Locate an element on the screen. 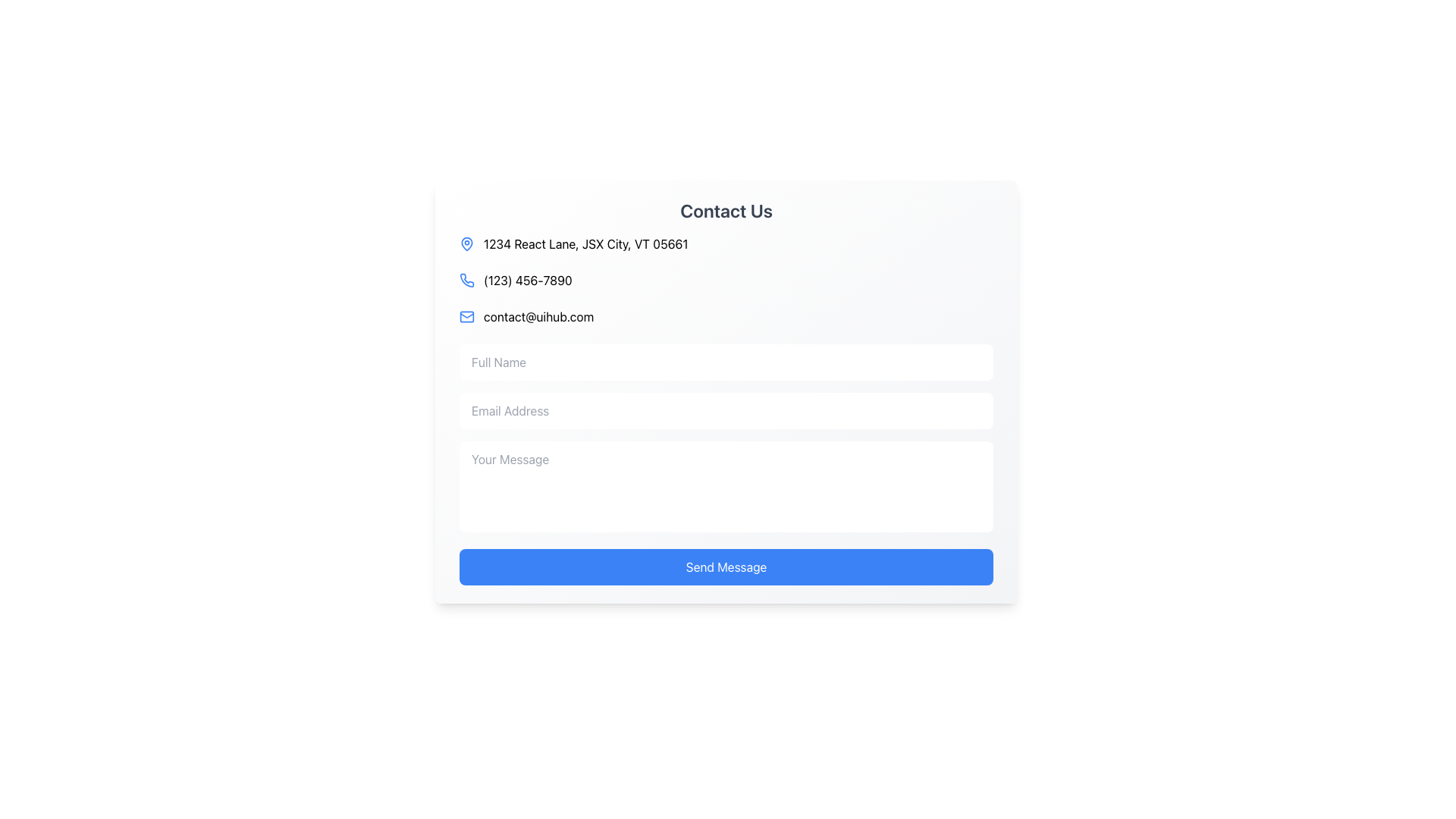 Image resolution: width=1456 pixels, height=819 pixels. the phone number icon, which serves as a visual indicator for the contact method associated with the text '(123) 456-7890' is located at coordinates (466, 281).